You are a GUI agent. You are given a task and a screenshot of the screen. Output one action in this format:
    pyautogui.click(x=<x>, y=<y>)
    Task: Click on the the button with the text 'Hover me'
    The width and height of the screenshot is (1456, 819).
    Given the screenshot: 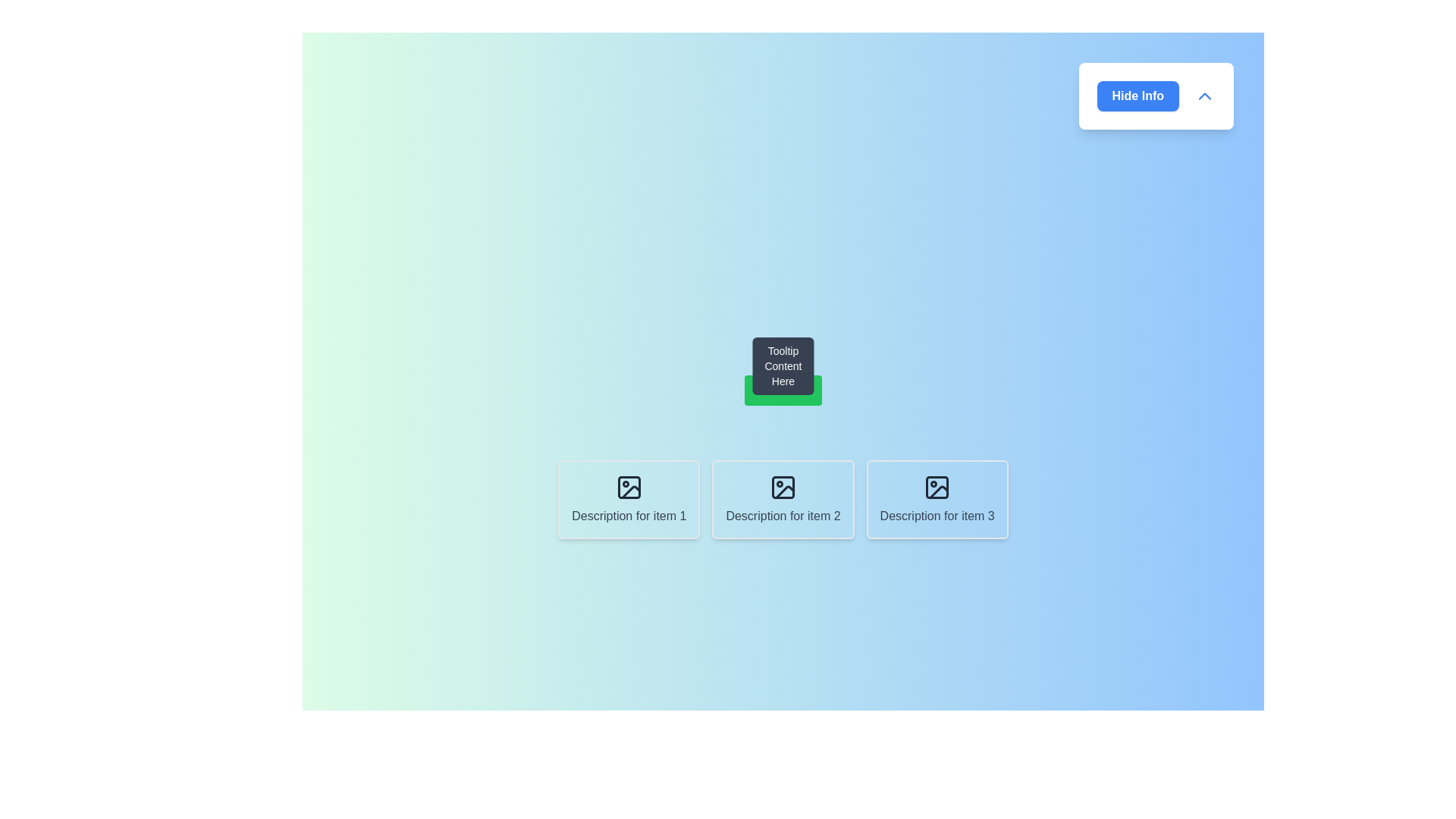 What is the action you would take?
    pyautogui.click(x=783, y=390)
    